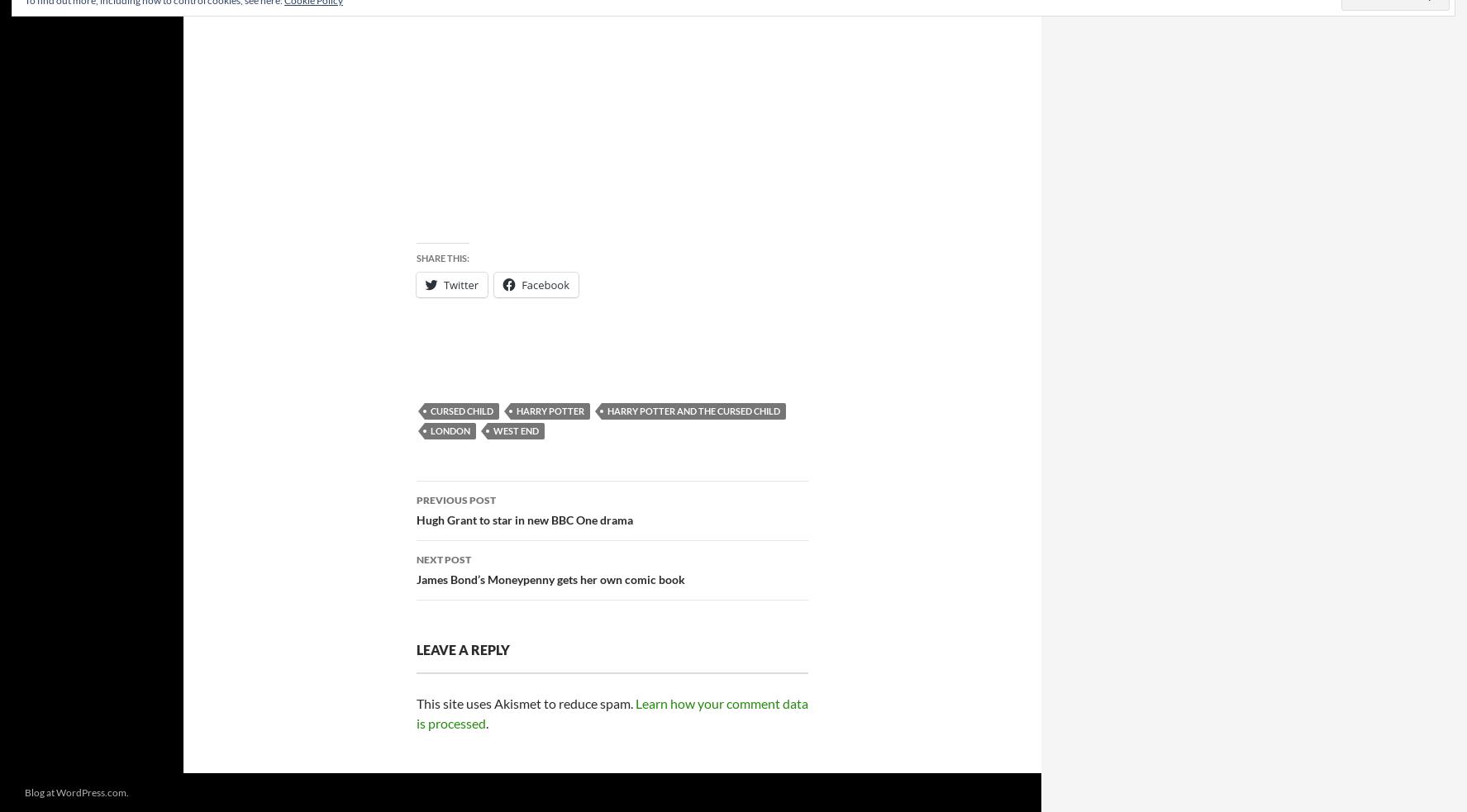 The width and height of the screenshot is (1467, 812). What do you see at coordinates (415, 558) in the screenshot?
I see `'Next Post'` at bounding box center [415, 558].